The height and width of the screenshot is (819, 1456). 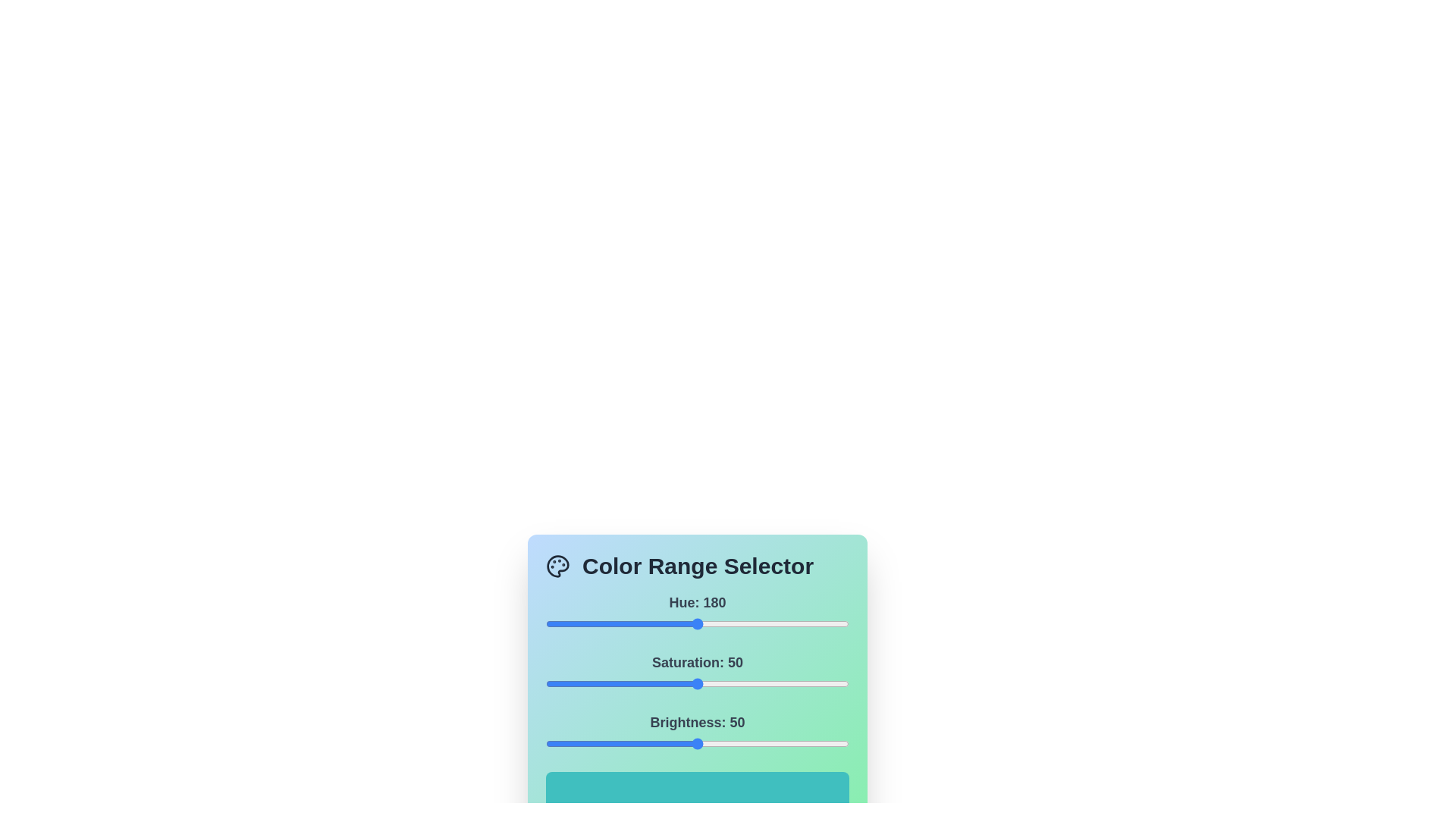 I want to click on the 0 slider to 17, so click(x=559, y=623).